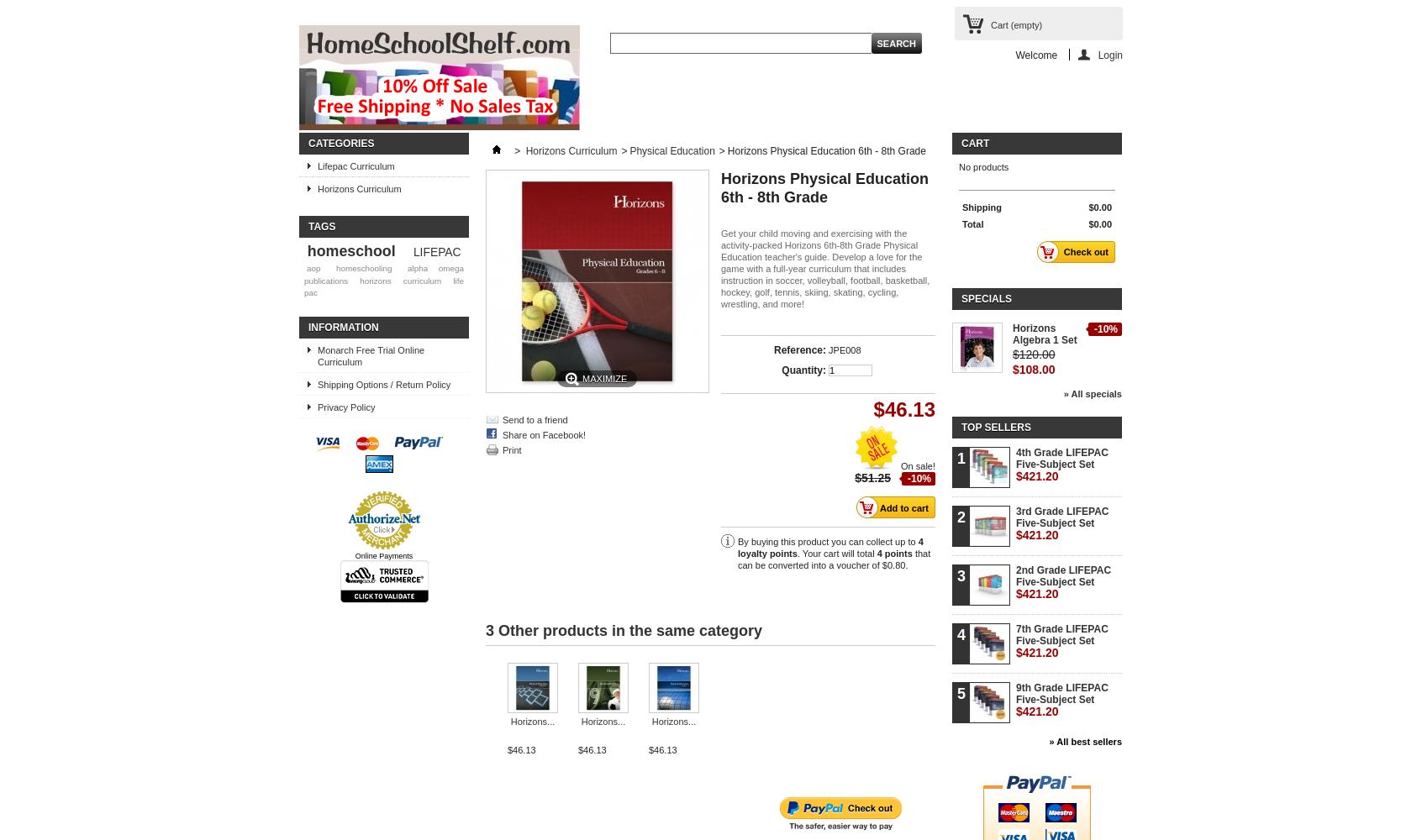  What do you see at coordinates (961, 207) in the screenshot?
I see `'Shipping'` at bounding box center [961, 207].